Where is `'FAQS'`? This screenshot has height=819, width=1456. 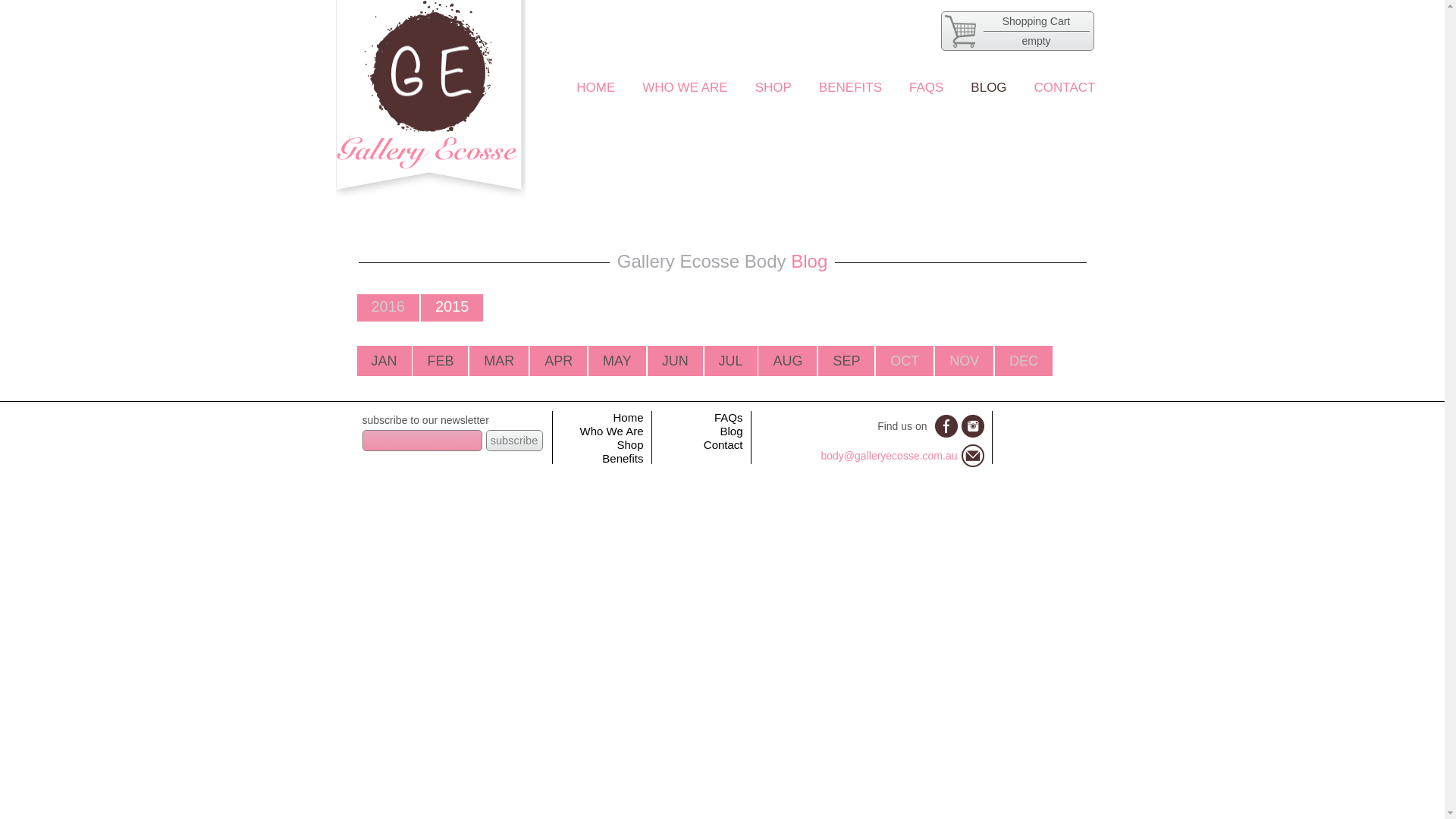
'FAQS' is located at coordinates (925, 87).